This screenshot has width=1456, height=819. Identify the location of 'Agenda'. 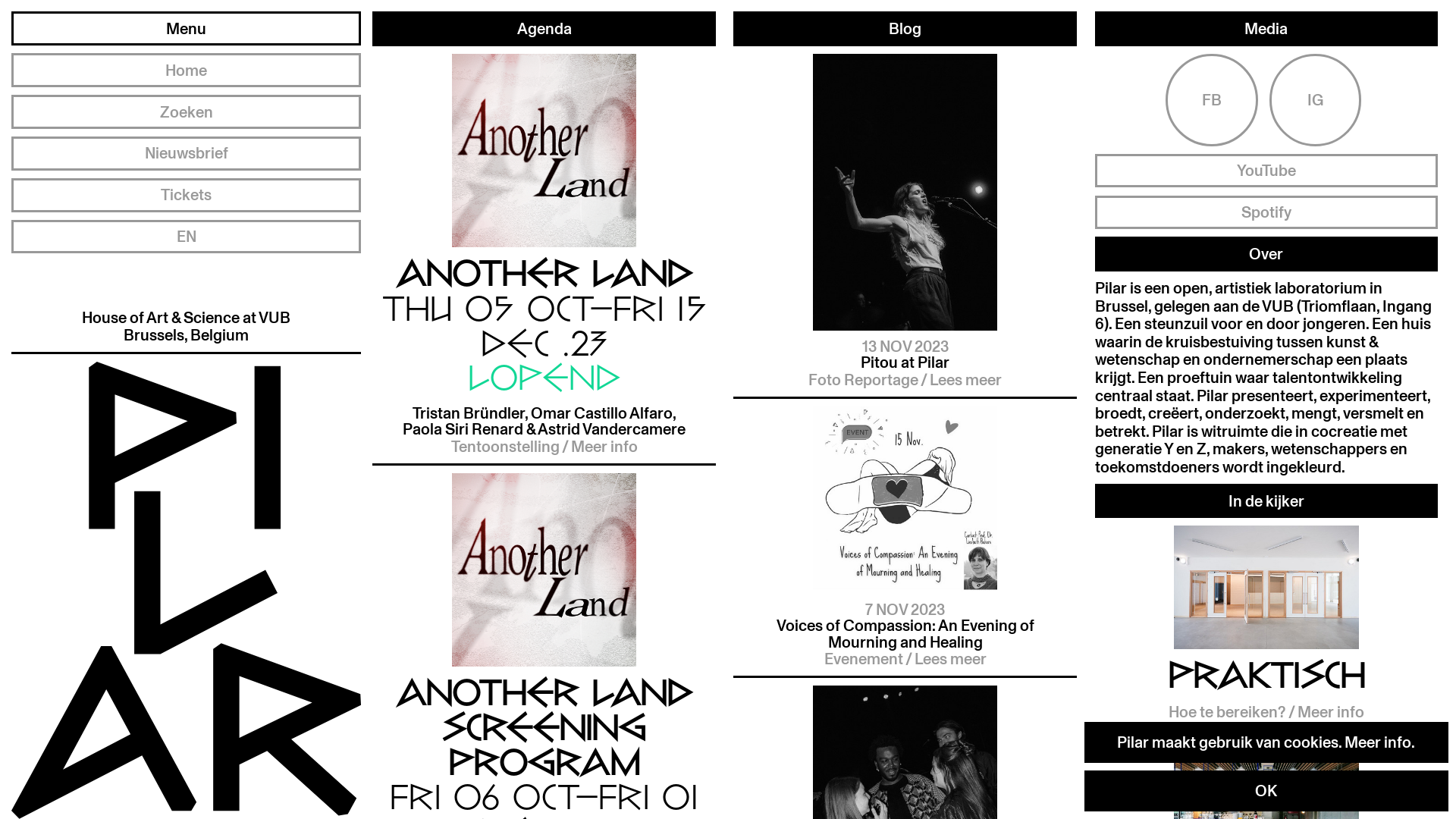
(544, 29).